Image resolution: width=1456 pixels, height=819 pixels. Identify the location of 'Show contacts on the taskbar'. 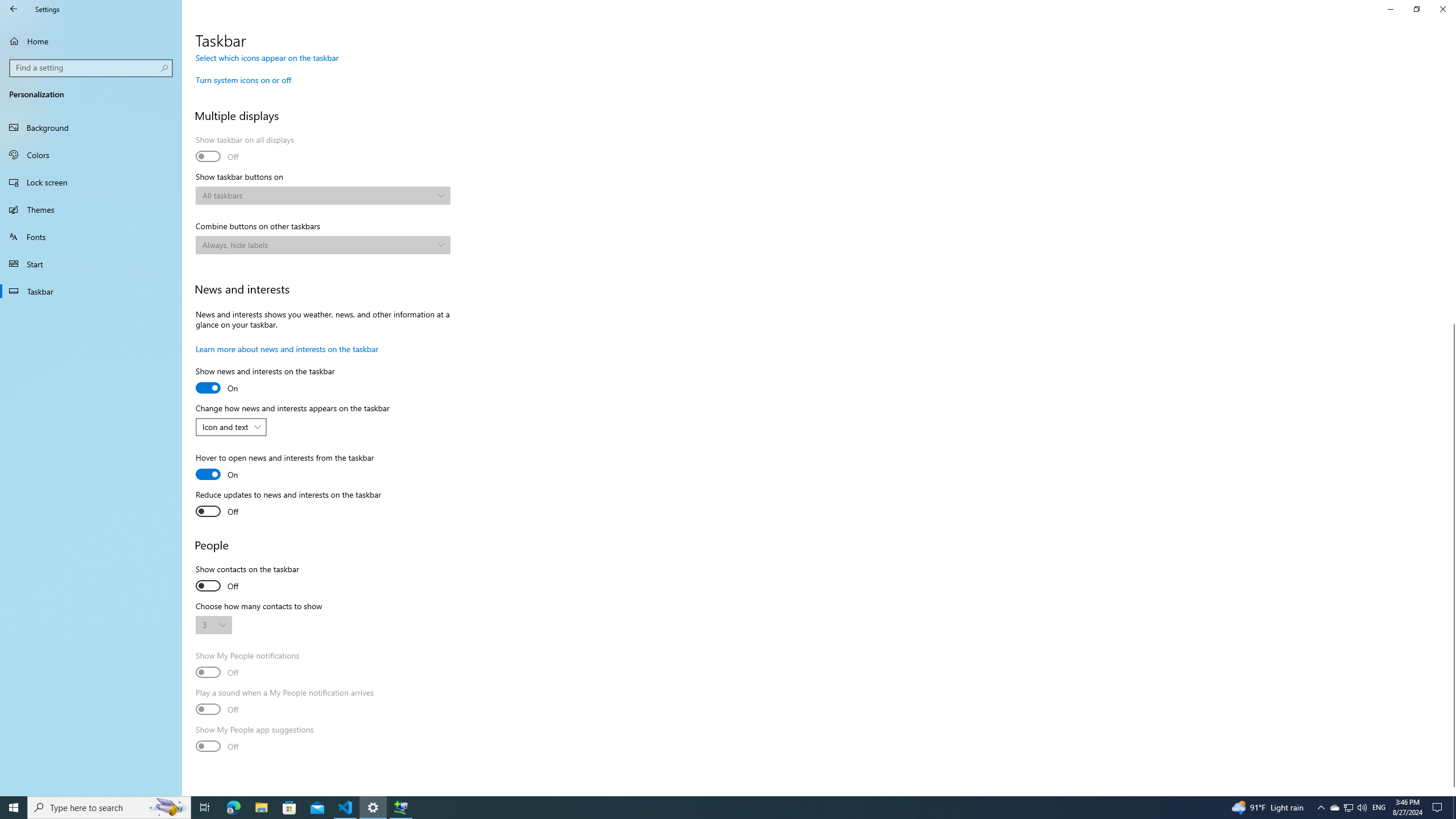
(246, 579).